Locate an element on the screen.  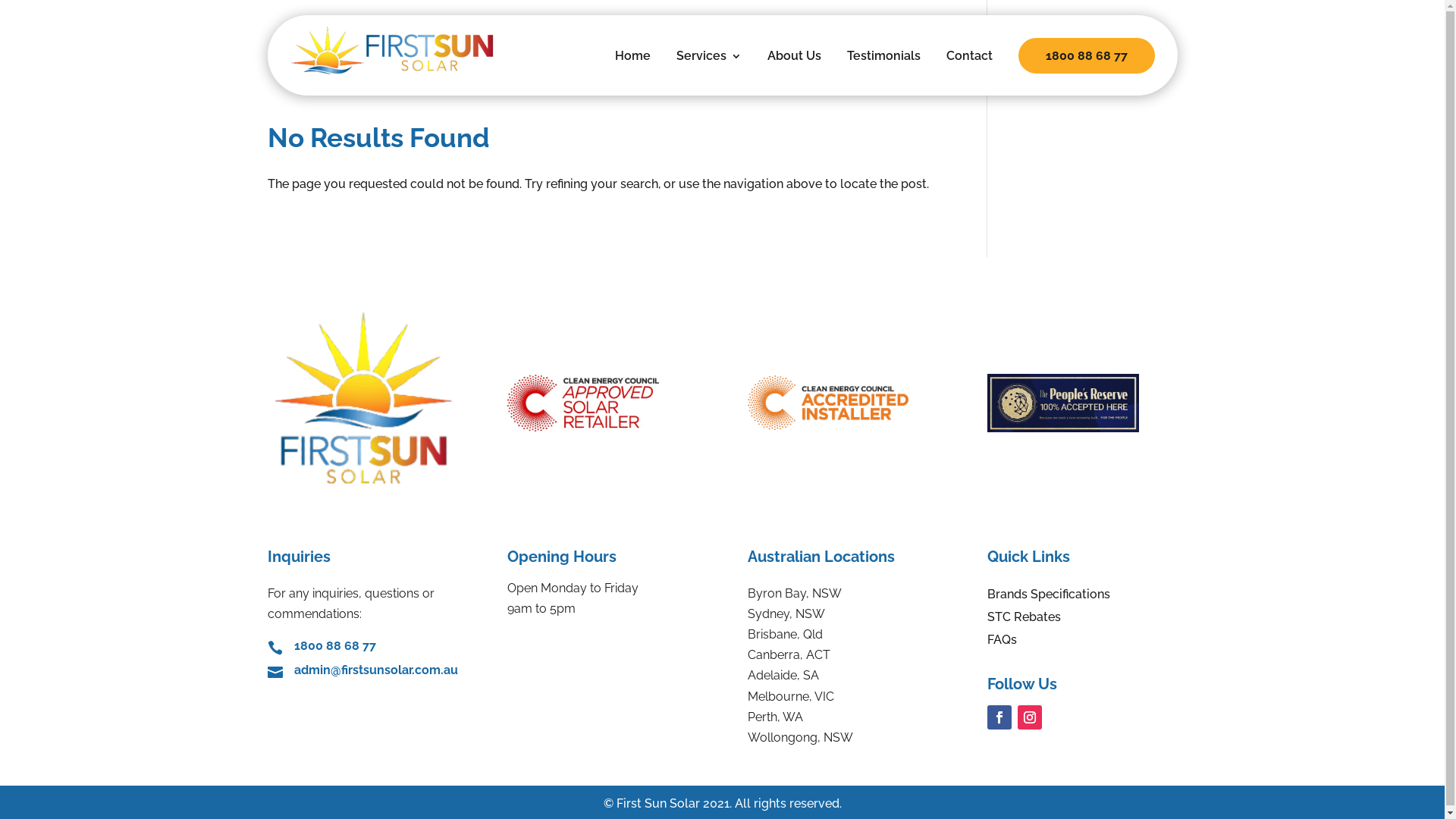
'admin@firstsunsolar.com.au' is located at coordinates (375, 669).